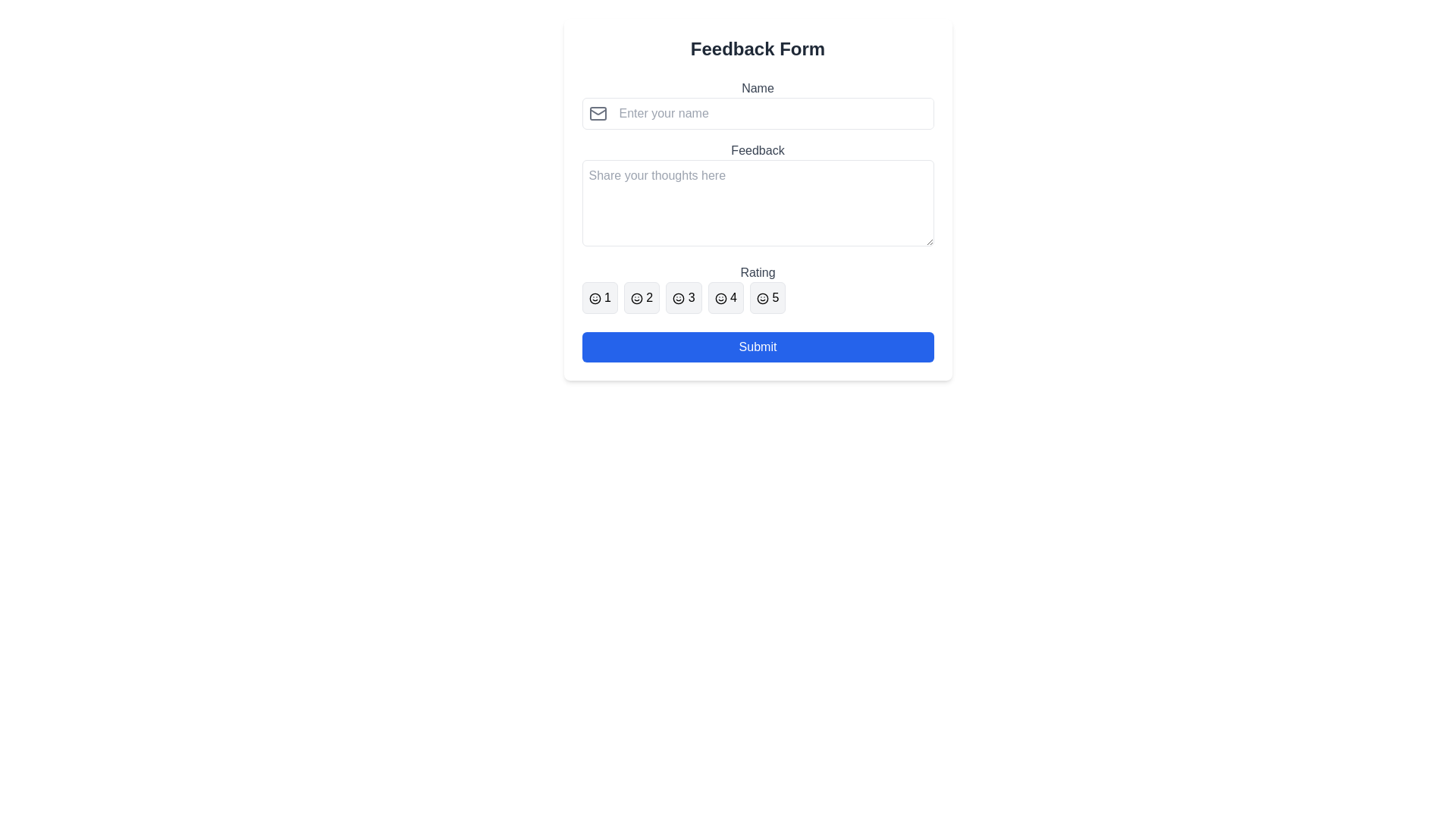  What do you see at coordinates (636, 298) in the screenshot?
I see `the decorative circle of the second smiley icon in a row of five smiley icons representing rating options` at bounding box center [636, 298].